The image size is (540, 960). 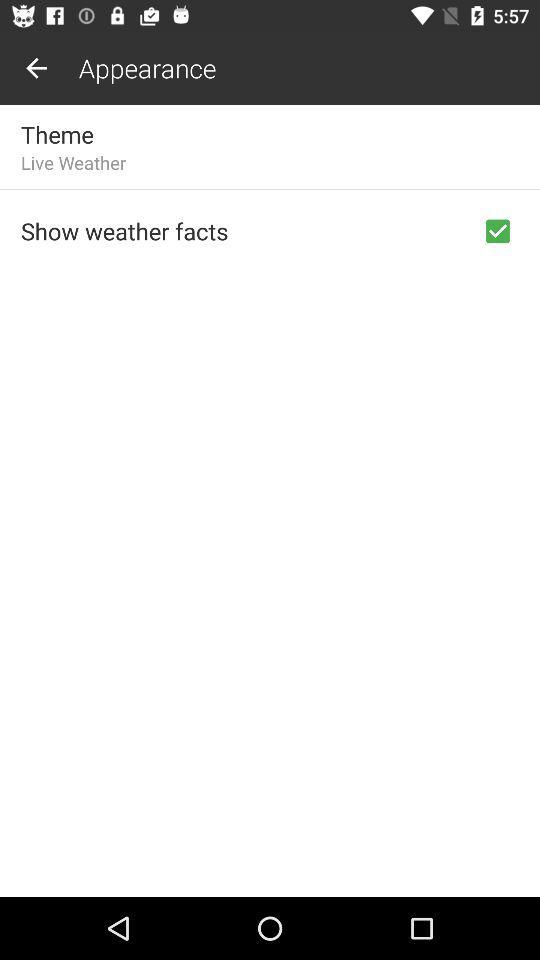 What do you see at coordinates (36, 68) in the screenshot?
I see `the item above the theme item` at bounding box center [36, 68].